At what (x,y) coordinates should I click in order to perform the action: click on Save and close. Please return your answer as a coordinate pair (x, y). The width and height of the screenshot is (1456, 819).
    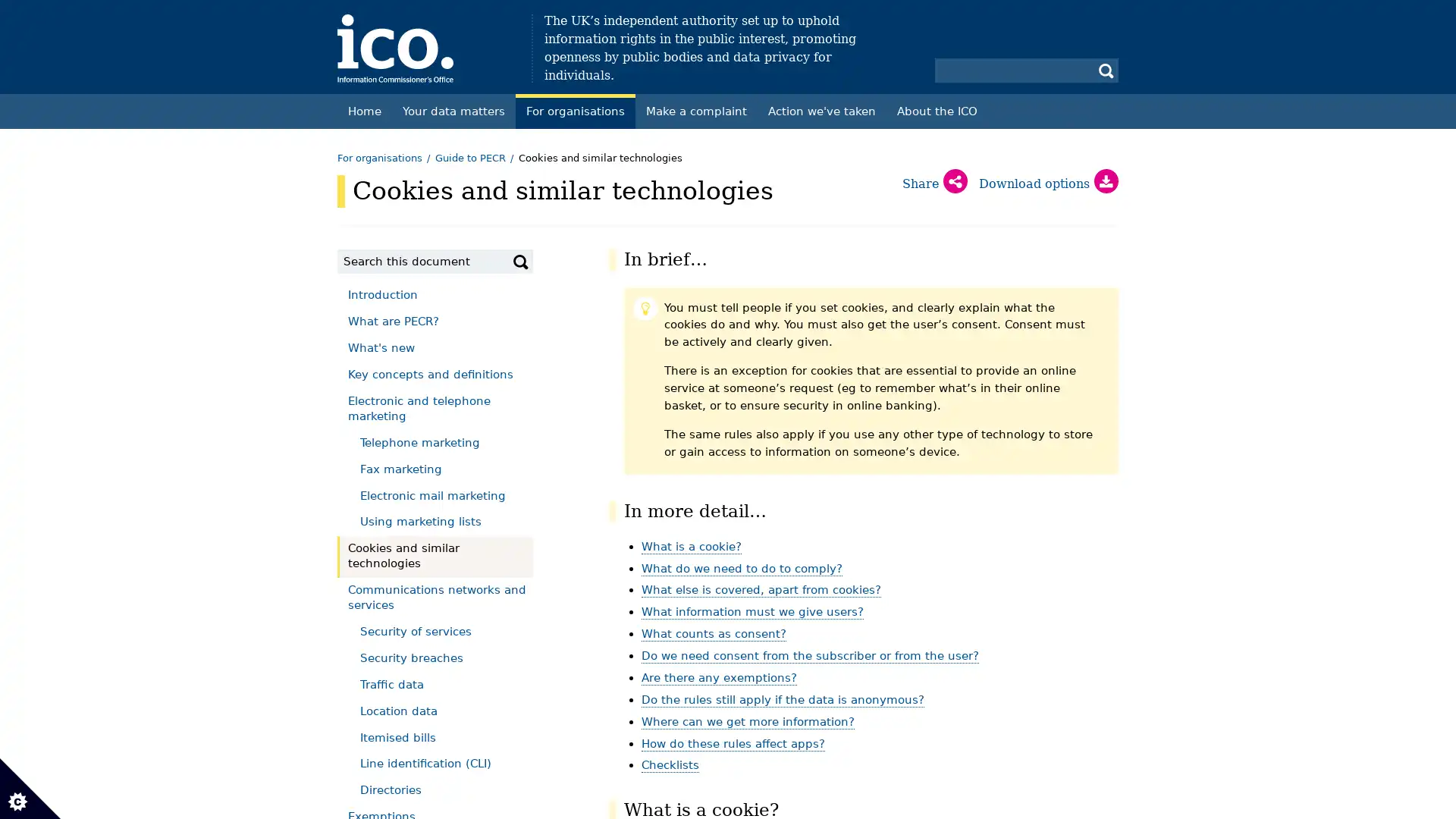
    Looking at the image, I should click on (79, 574).